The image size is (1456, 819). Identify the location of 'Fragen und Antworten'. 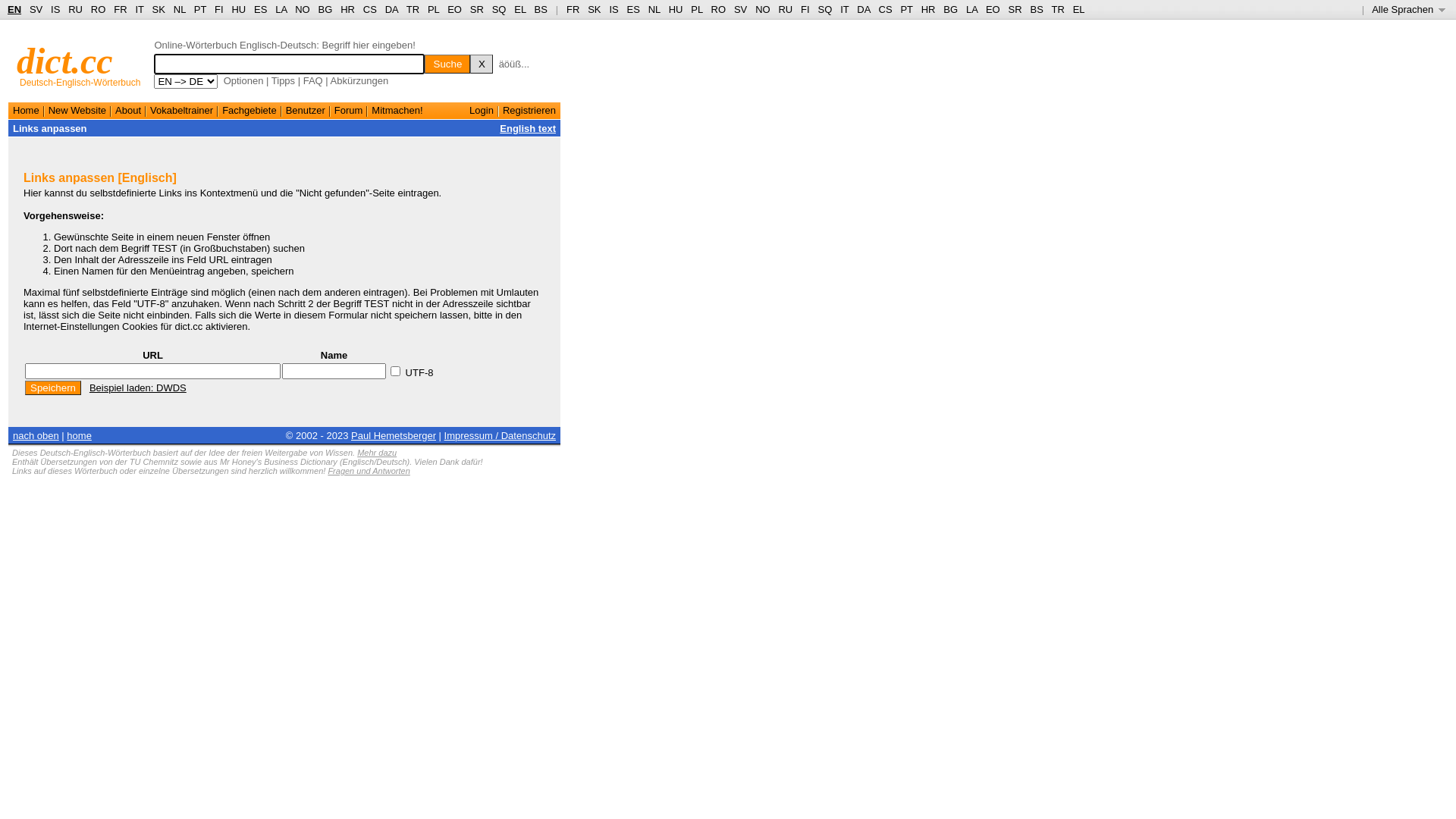
(327, 470).